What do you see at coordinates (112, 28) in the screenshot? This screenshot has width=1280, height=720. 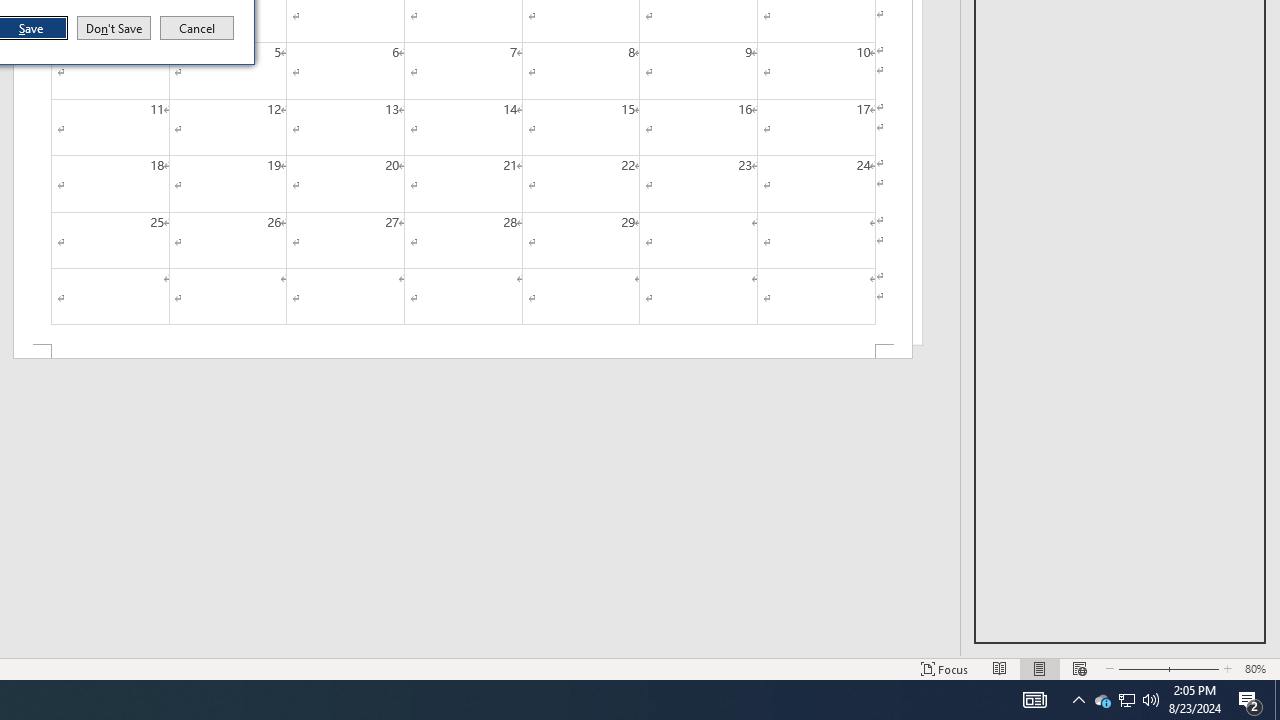 I see `'Don'` at bounding box center [112, 28].